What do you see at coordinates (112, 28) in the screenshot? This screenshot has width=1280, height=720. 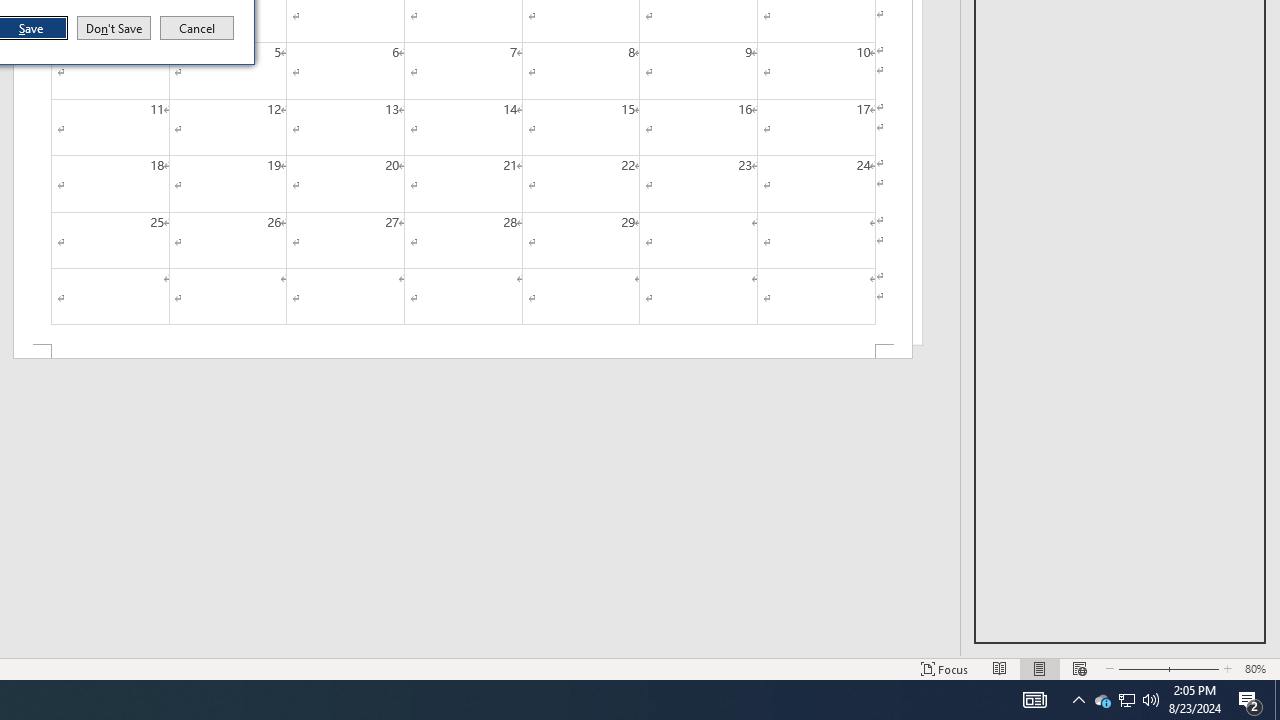 I see `'Don'` at bounding box center [112, 28].